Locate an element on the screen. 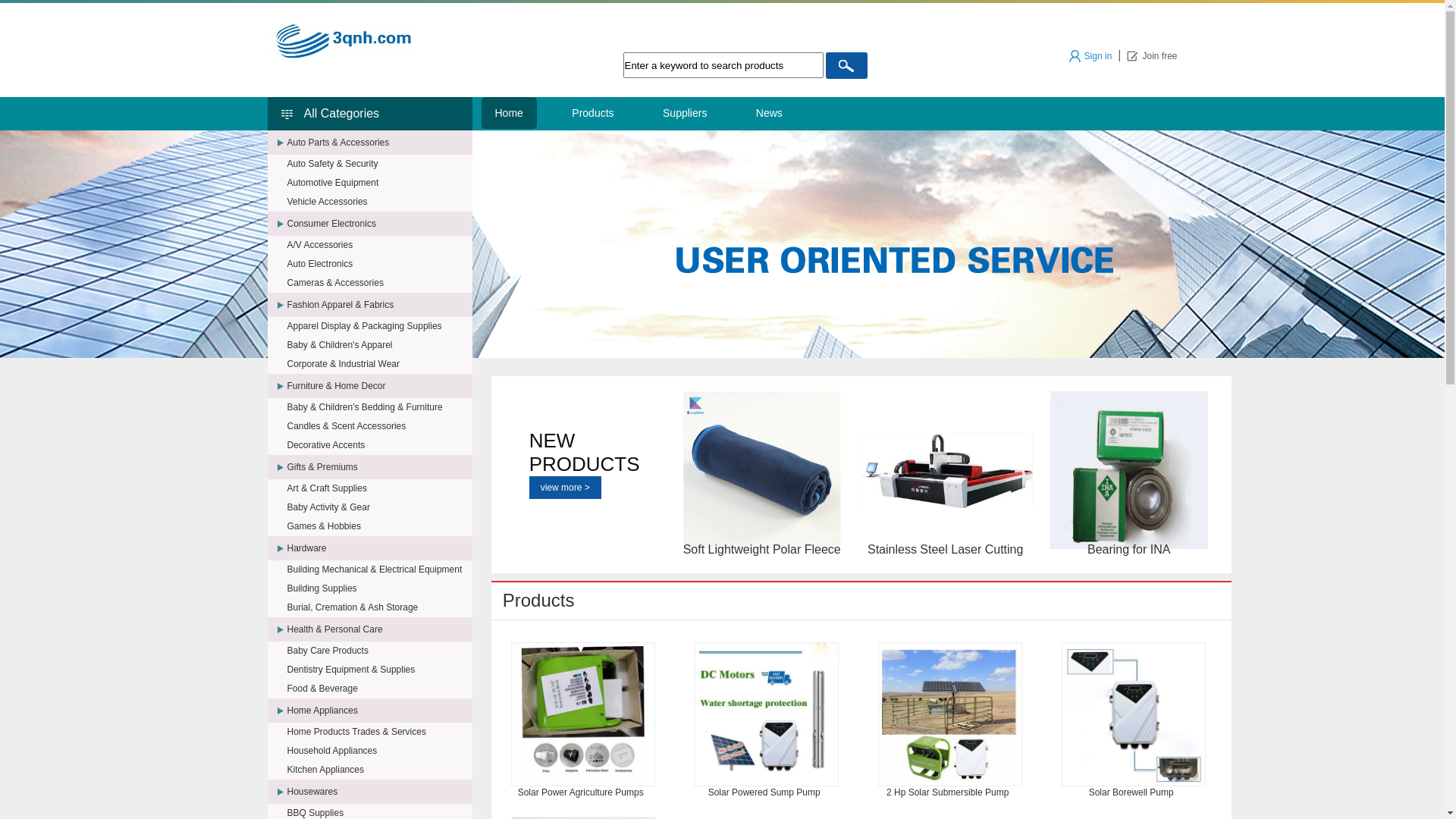  'view more >' is located at coordinates (564, 488).